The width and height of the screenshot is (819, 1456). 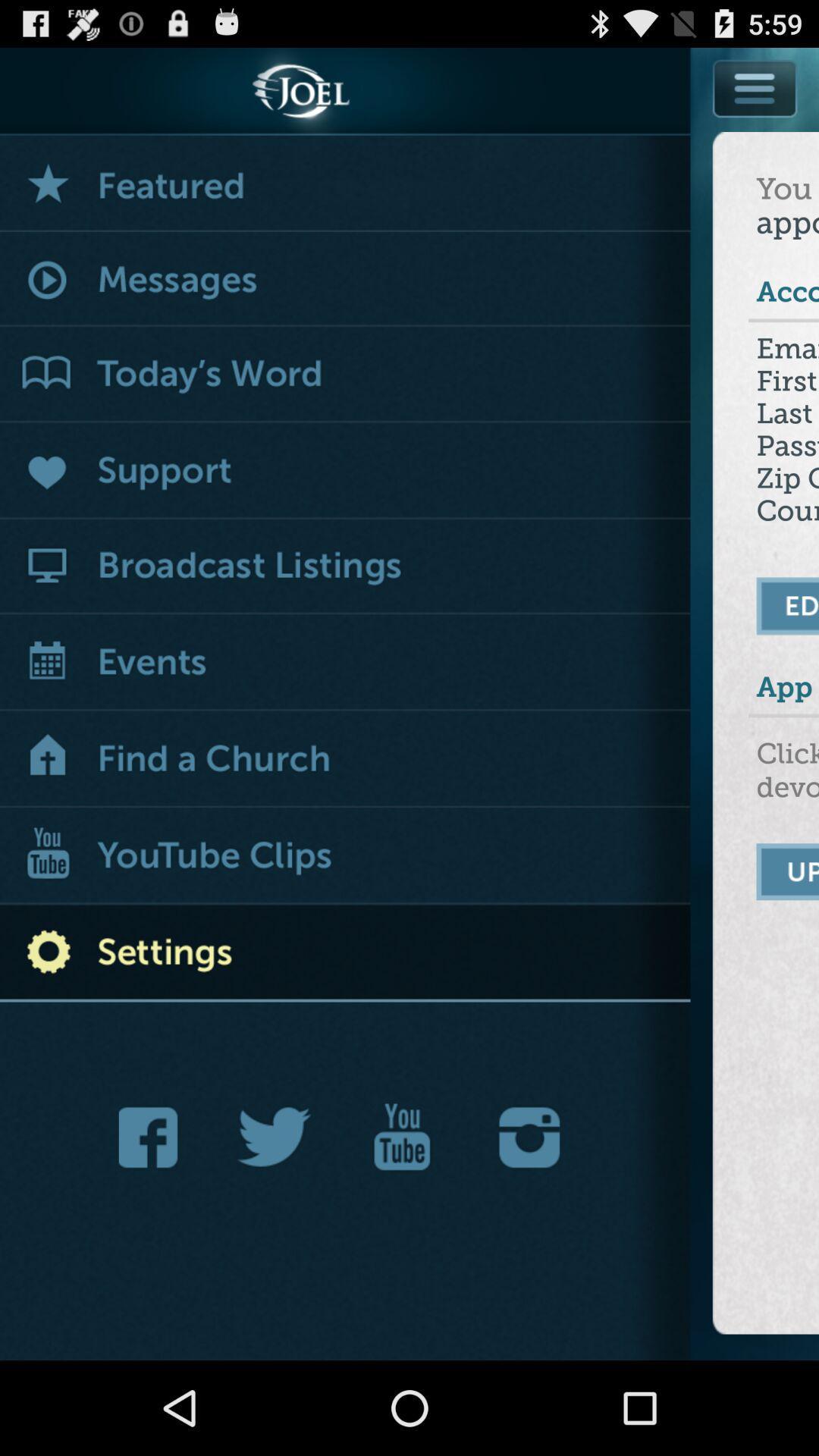 What do you see at coordinates (345, 183) in the screenshot?
I see `special events` at bounding box center [345, 183].